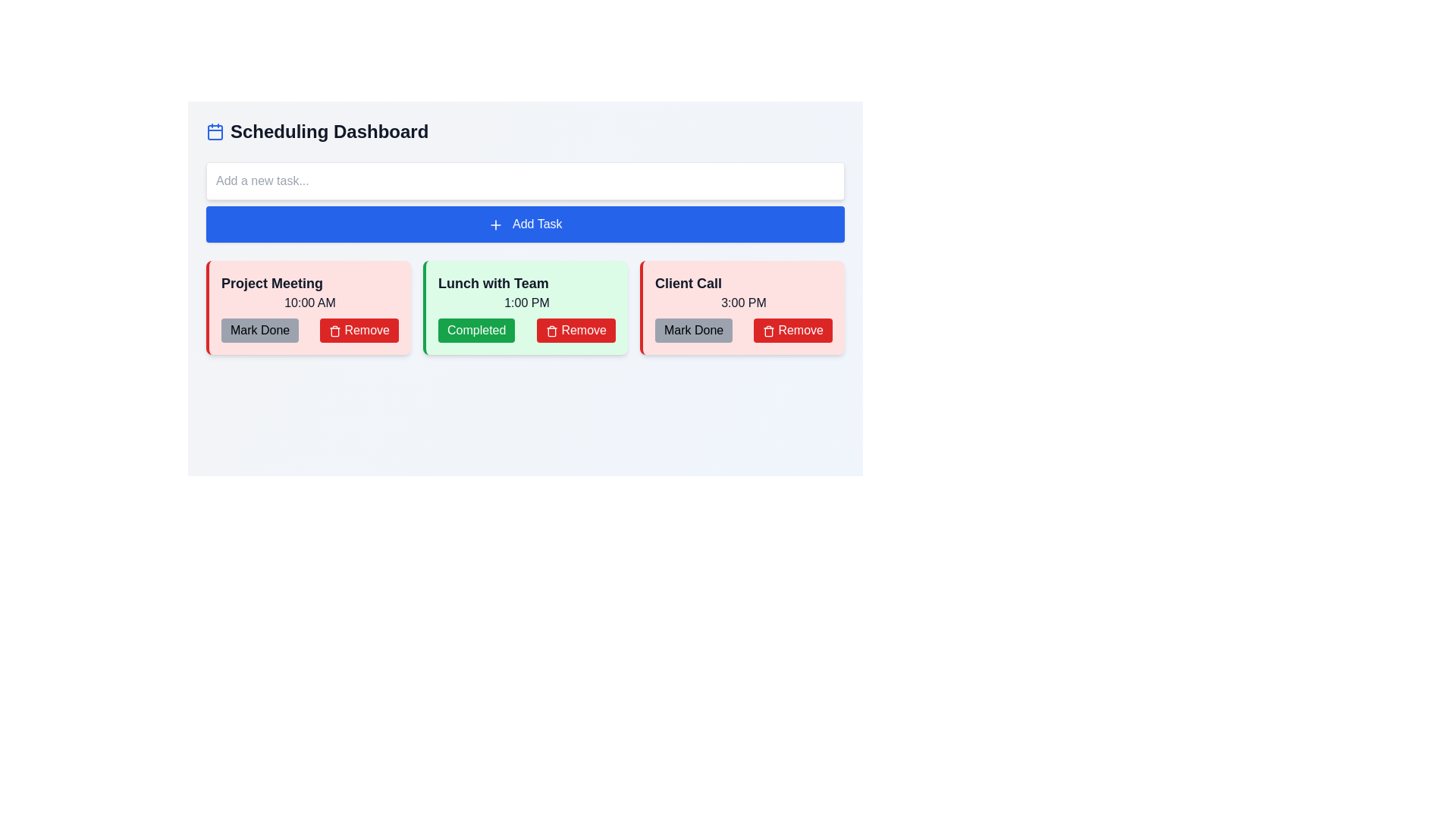 Image resolution: width=1456 pixels, height=819 pixels. I want to click on the 'Mark Done' button with a light gray background and black text, so click(260, 329).